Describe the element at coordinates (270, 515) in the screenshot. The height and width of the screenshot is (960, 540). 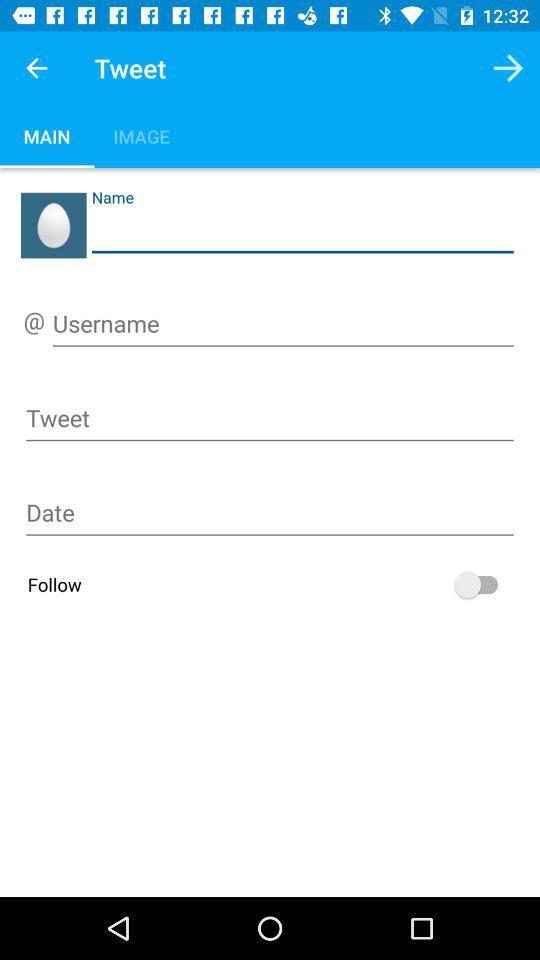
I see `advertisement` at that location.